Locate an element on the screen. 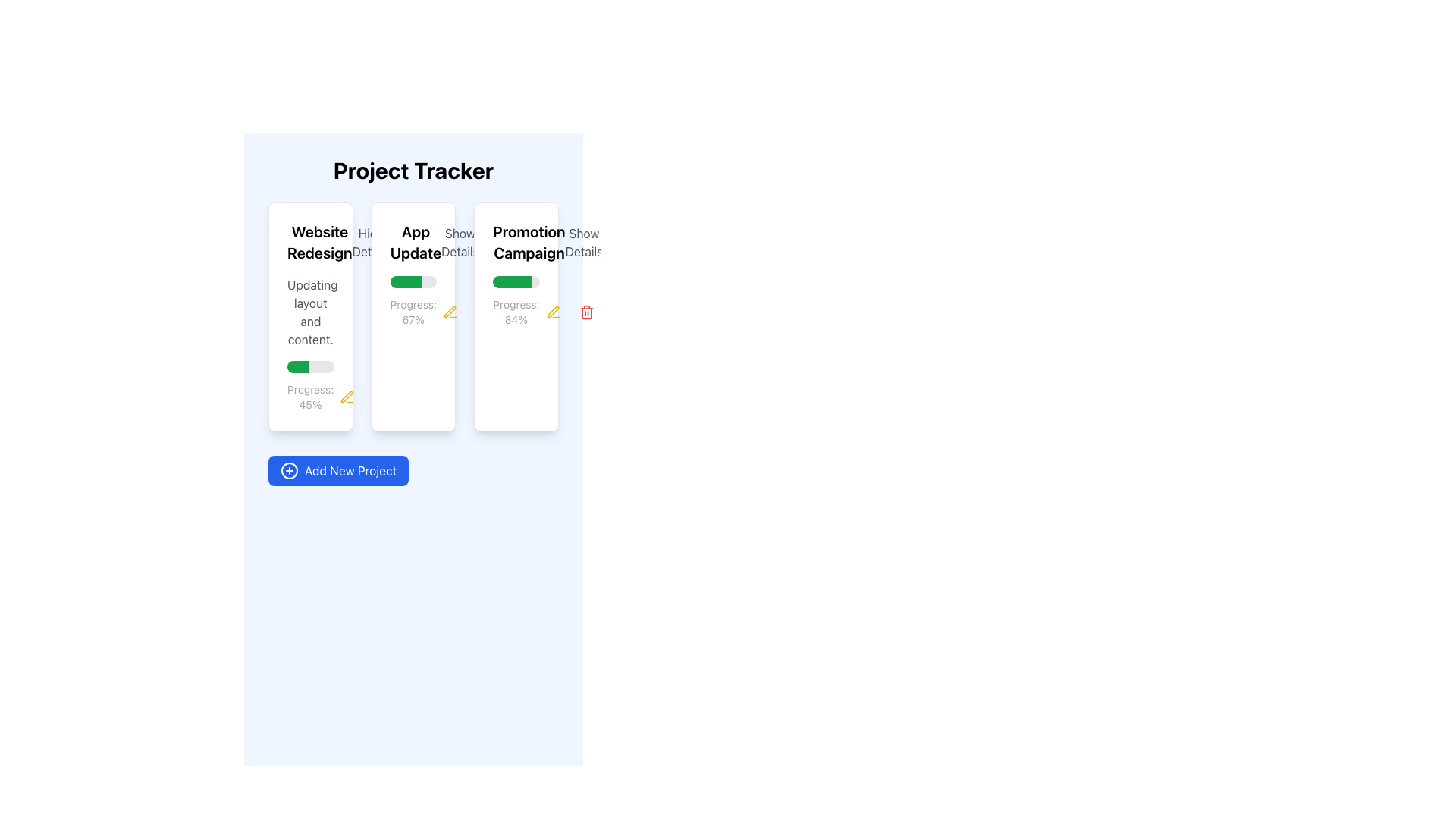  the horizontal progress bar in the 'Website Redesign' card, which is located between the texts 'Updating layout and content.' and 'Progress: 45%' is located at coordinates (309, 366).